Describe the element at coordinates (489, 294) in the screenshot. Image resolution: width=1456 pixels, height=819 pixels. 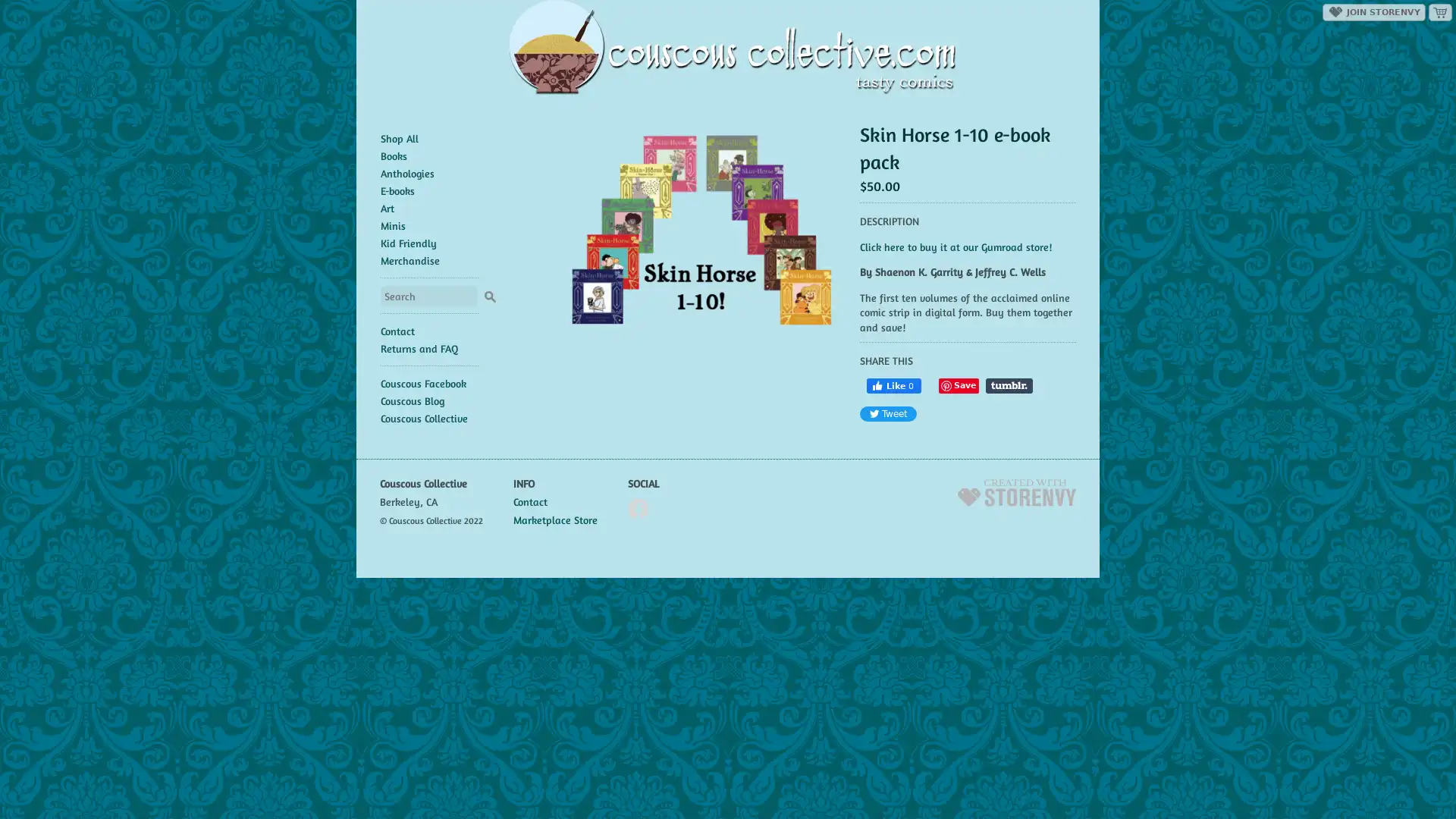
I see `Search` at that location.